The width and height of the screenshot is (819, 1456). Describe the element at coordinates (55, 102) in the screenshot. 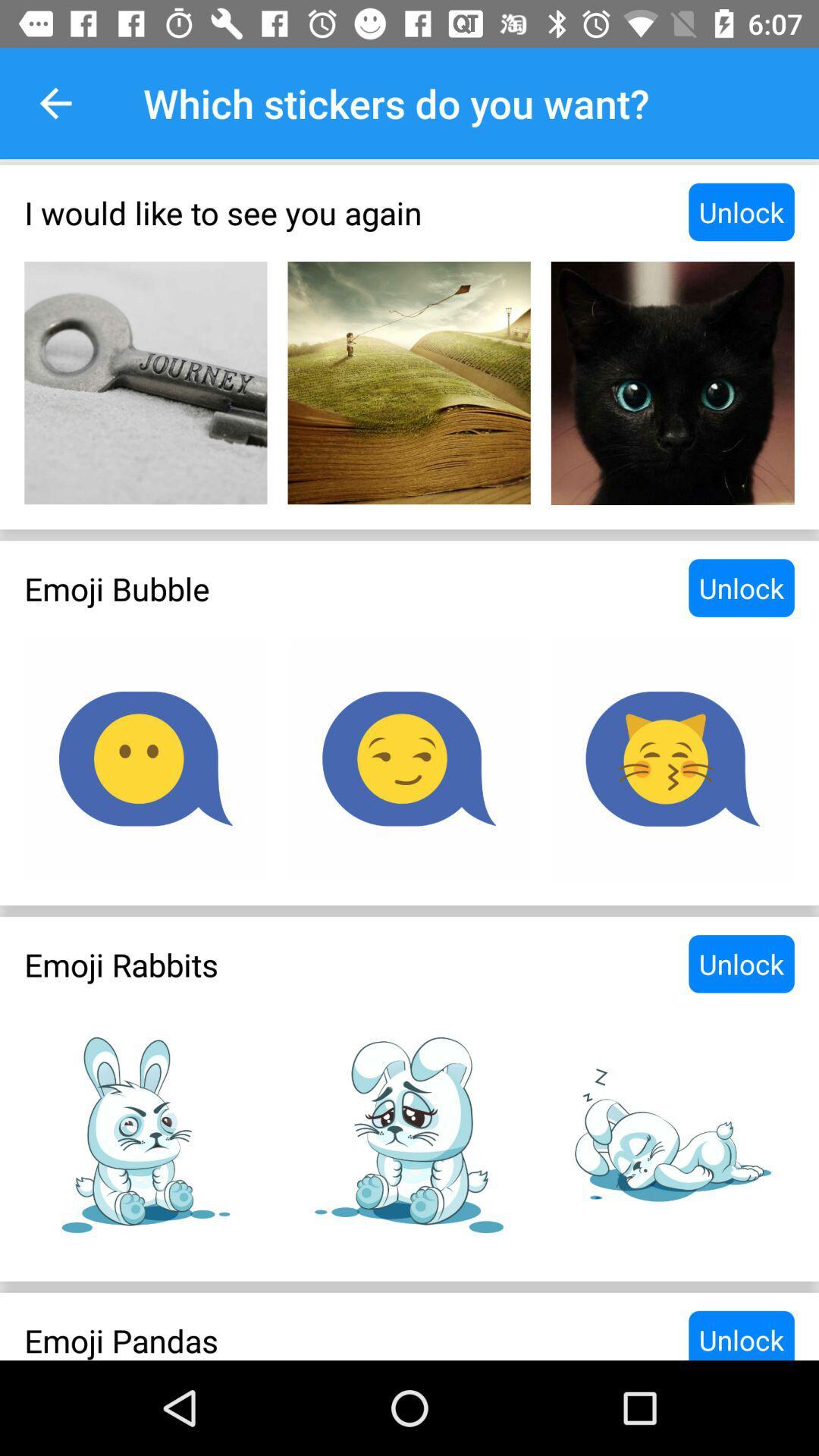

I see `the item next to the which stickers do item` at that location.